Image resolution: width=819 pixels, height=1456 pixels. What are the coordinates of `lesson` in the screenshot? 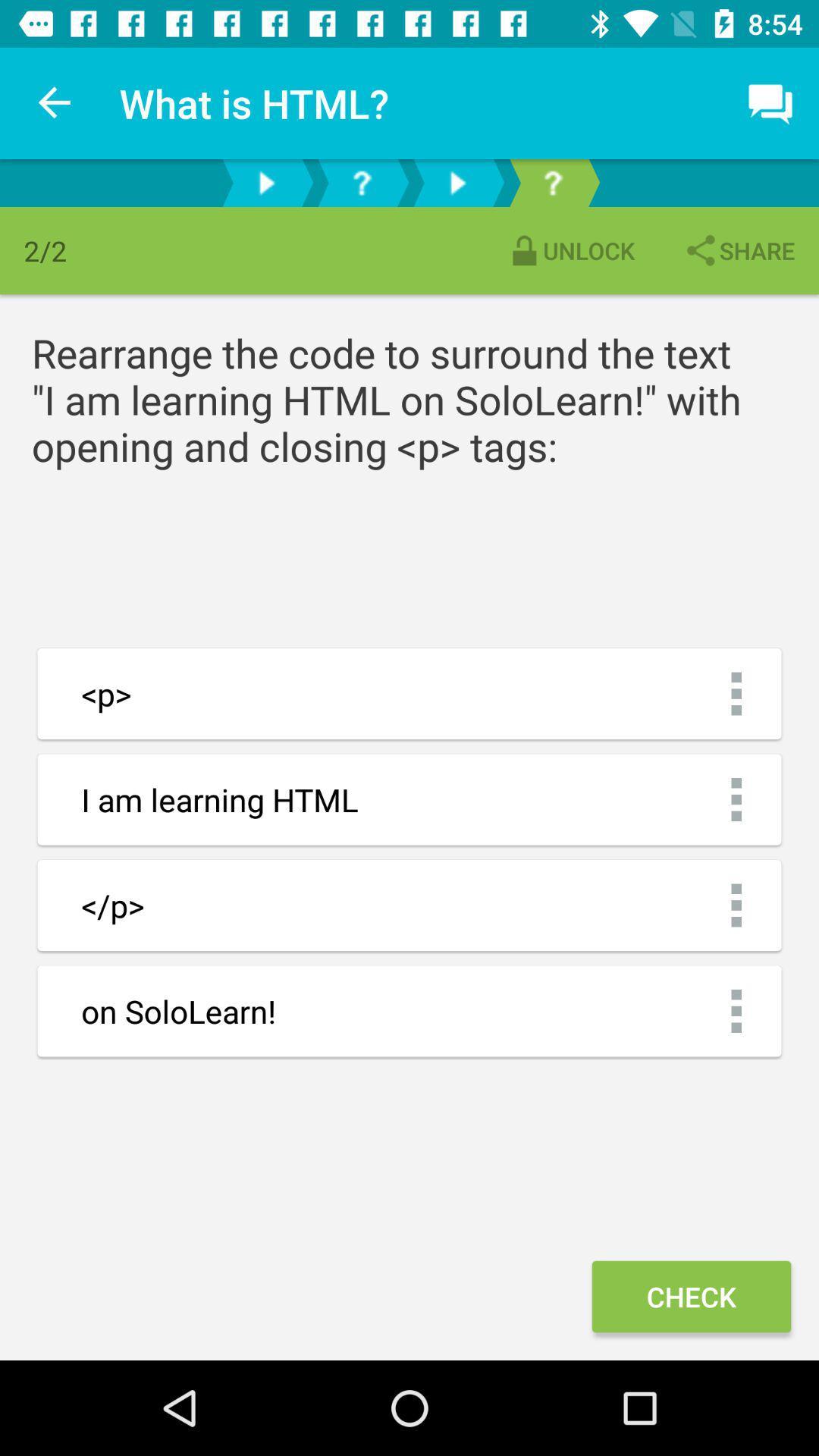 It's located at (265, 182).